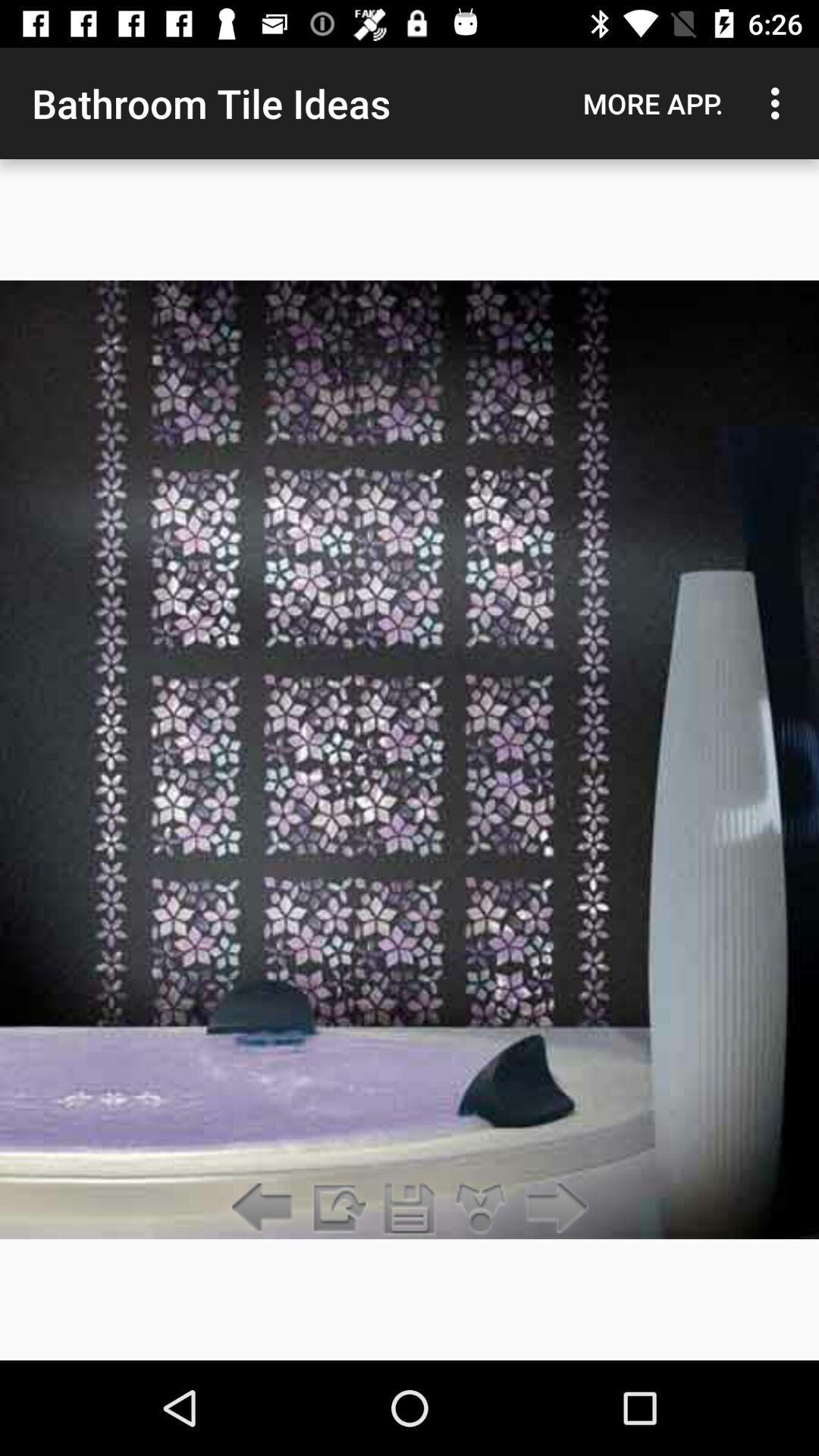  I want to click on next arrow, so click(553, 1208).